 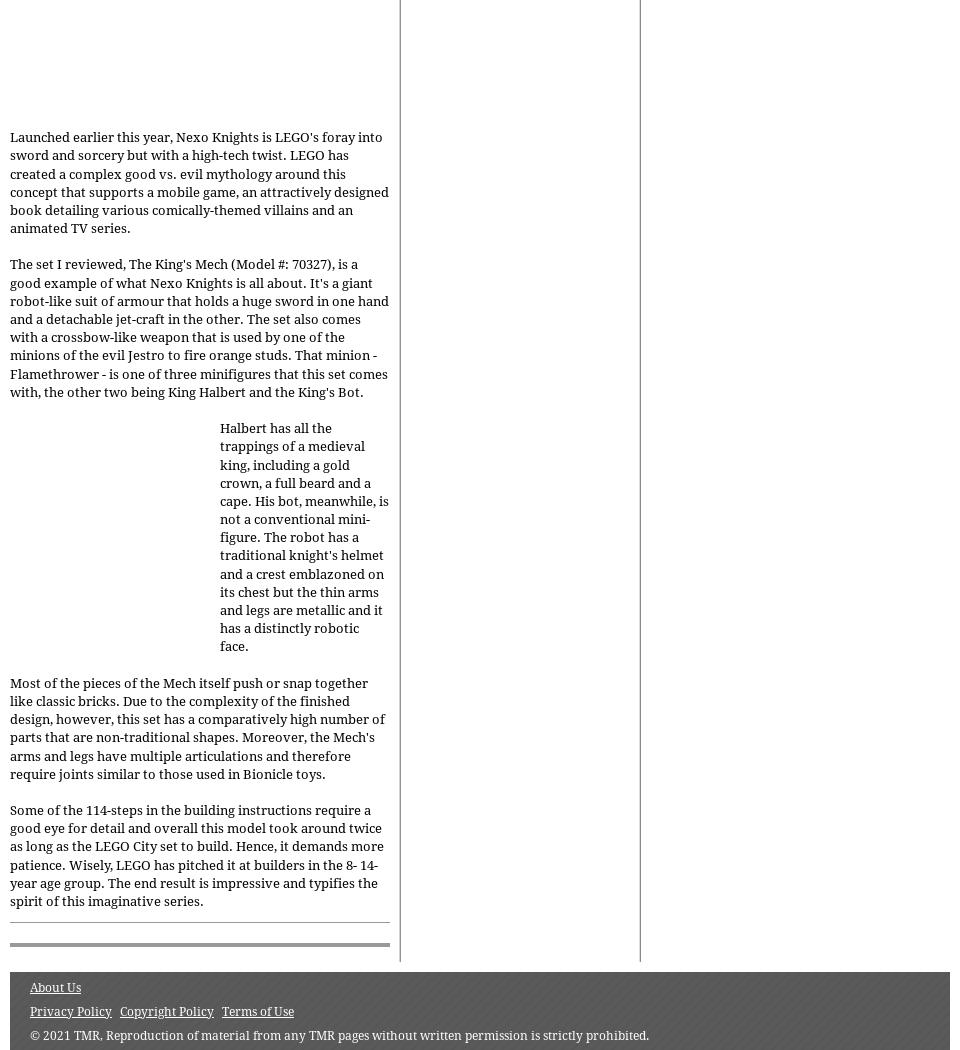 I want to click on 'Halbert has all the trappings of a medieval king, including a gold crown, a full beard and a cape. His bot, meanwhile, is not a conventional mini-figure. The robot has a traditional knight's helmet and a crest emblazoned on its chest but the thin arms and legs are metallic and it has a distinctly robotic face.', so click(x=304, y=537).